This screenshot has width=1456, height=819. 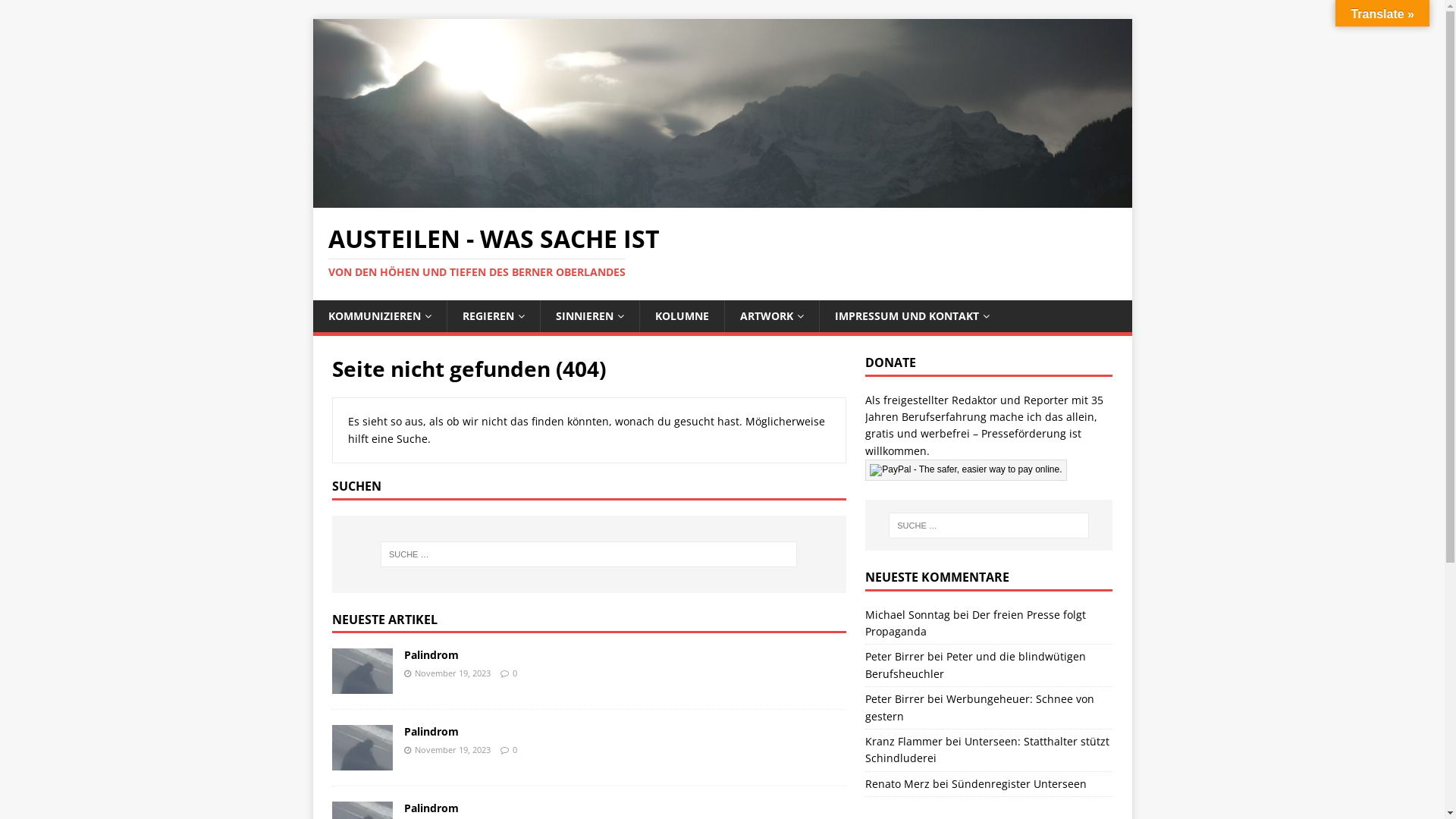 What do you see at coordinates (679, 315) in the screenshot?
I see `'KOLUMNE'` at bounding box center [679, 315].